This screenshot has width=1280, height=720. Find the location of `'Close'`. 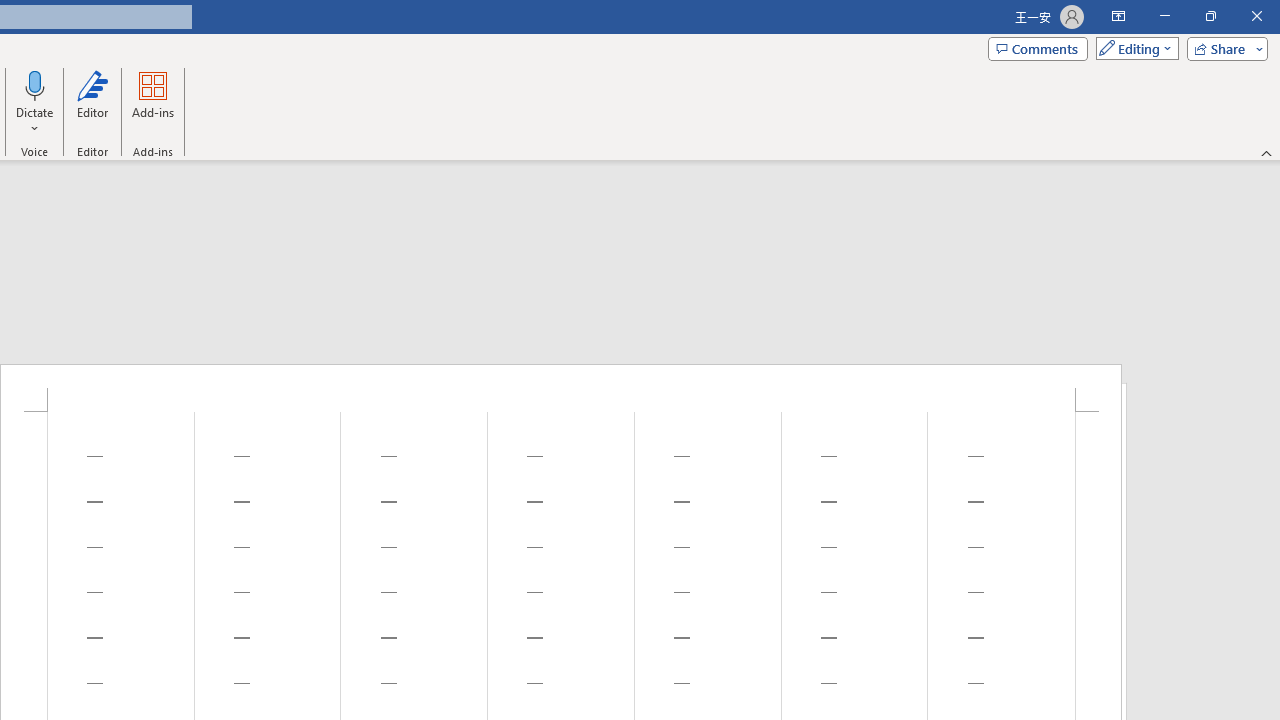

'Close' is located at coordinates (1255, 16).